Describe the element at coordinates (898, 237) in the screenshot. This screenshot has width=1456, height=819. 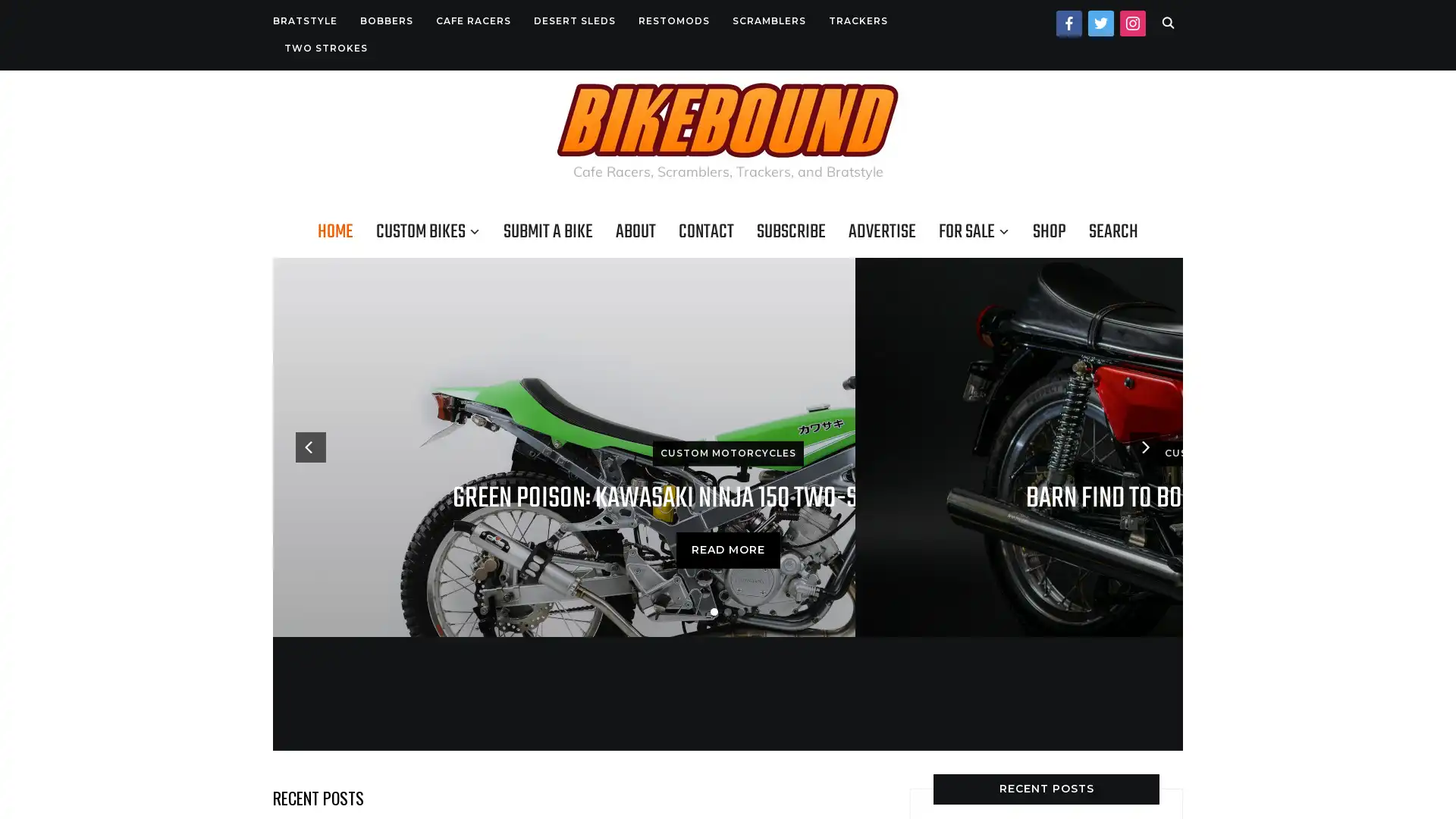
I see `Close` at that location.